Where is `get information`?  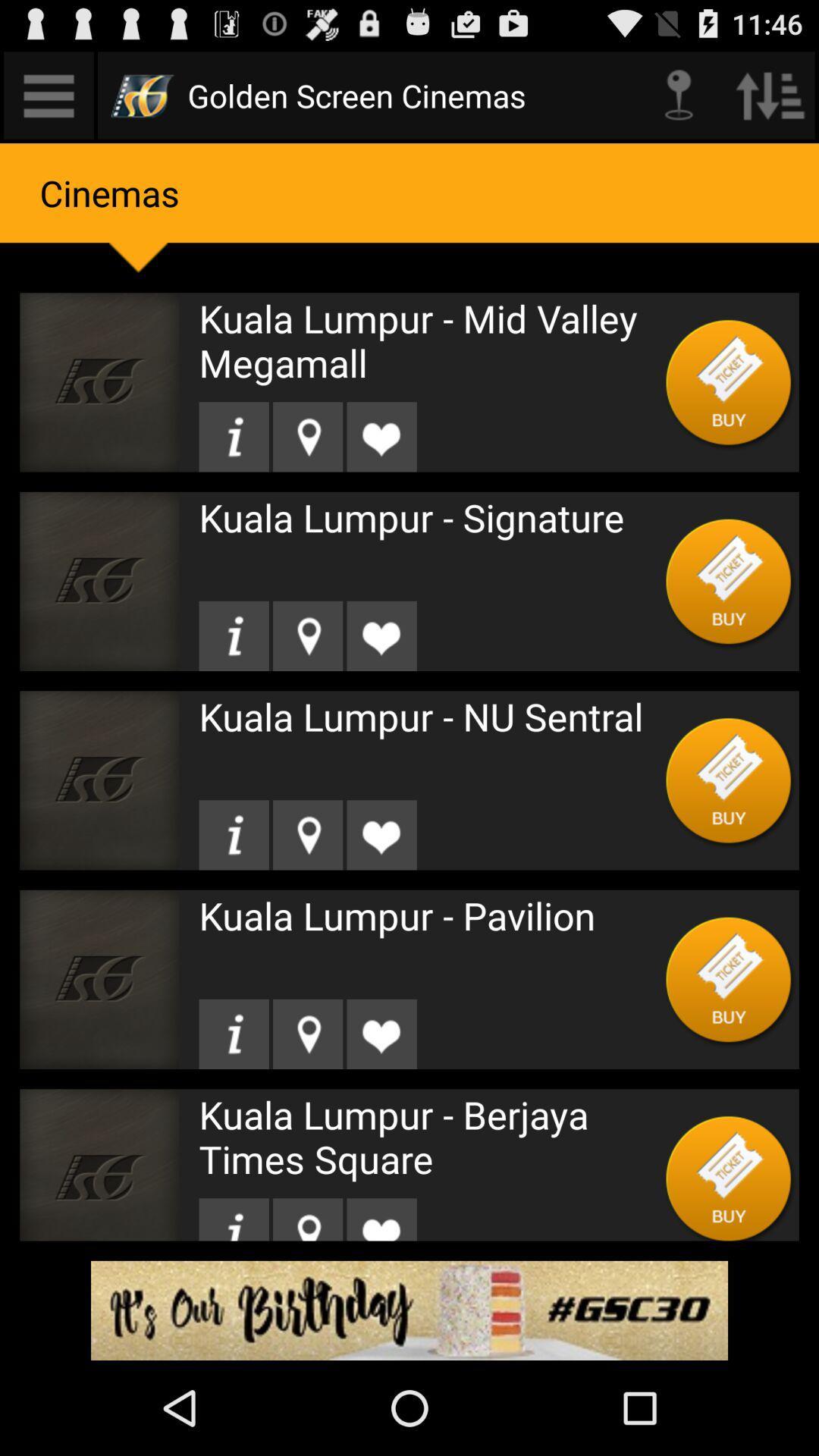 get information is located at coordinates (234, 635).